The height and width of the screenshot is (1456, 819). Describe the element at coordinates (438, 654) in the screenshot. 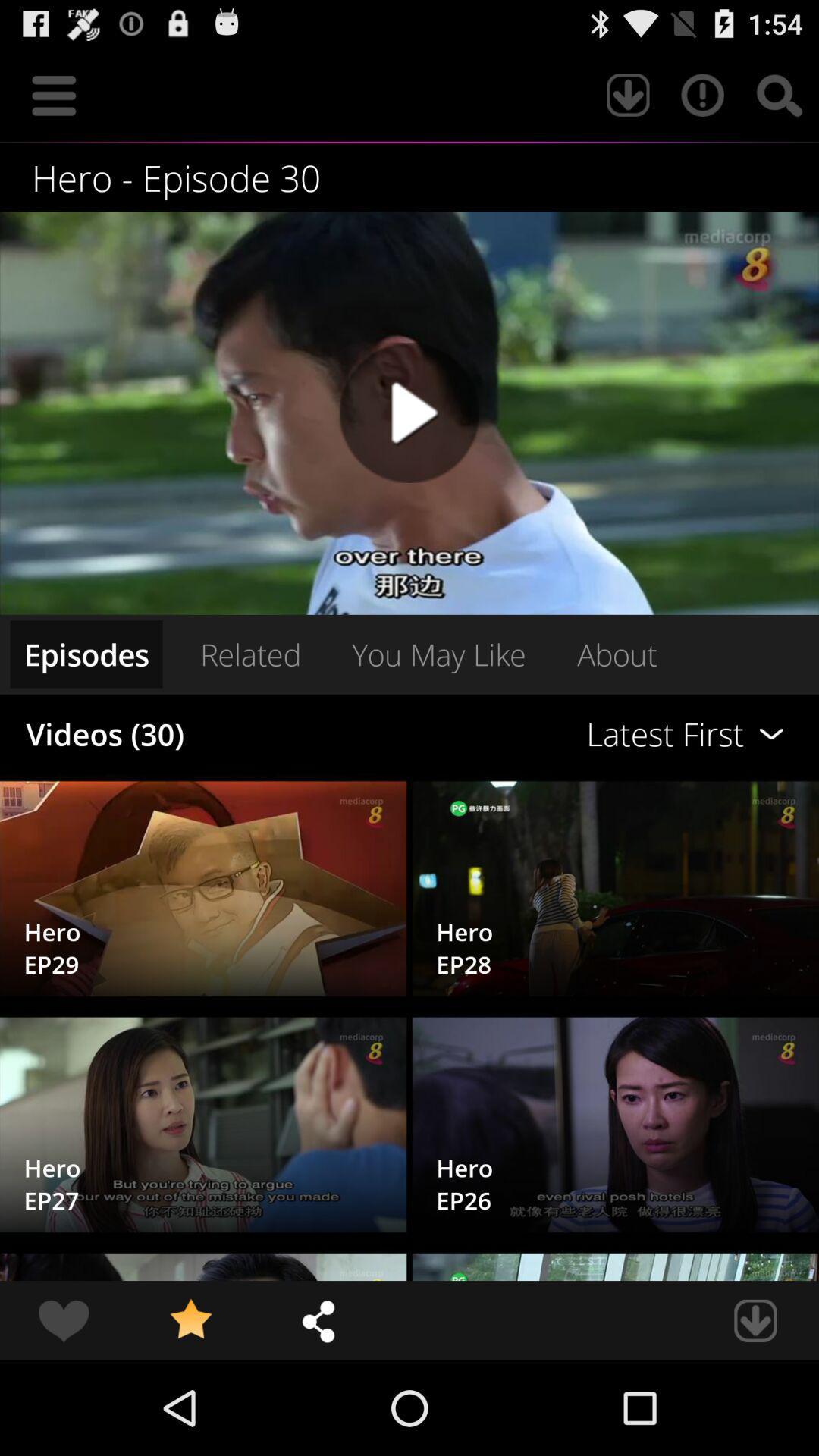

I see `the icon at the center` at that location.